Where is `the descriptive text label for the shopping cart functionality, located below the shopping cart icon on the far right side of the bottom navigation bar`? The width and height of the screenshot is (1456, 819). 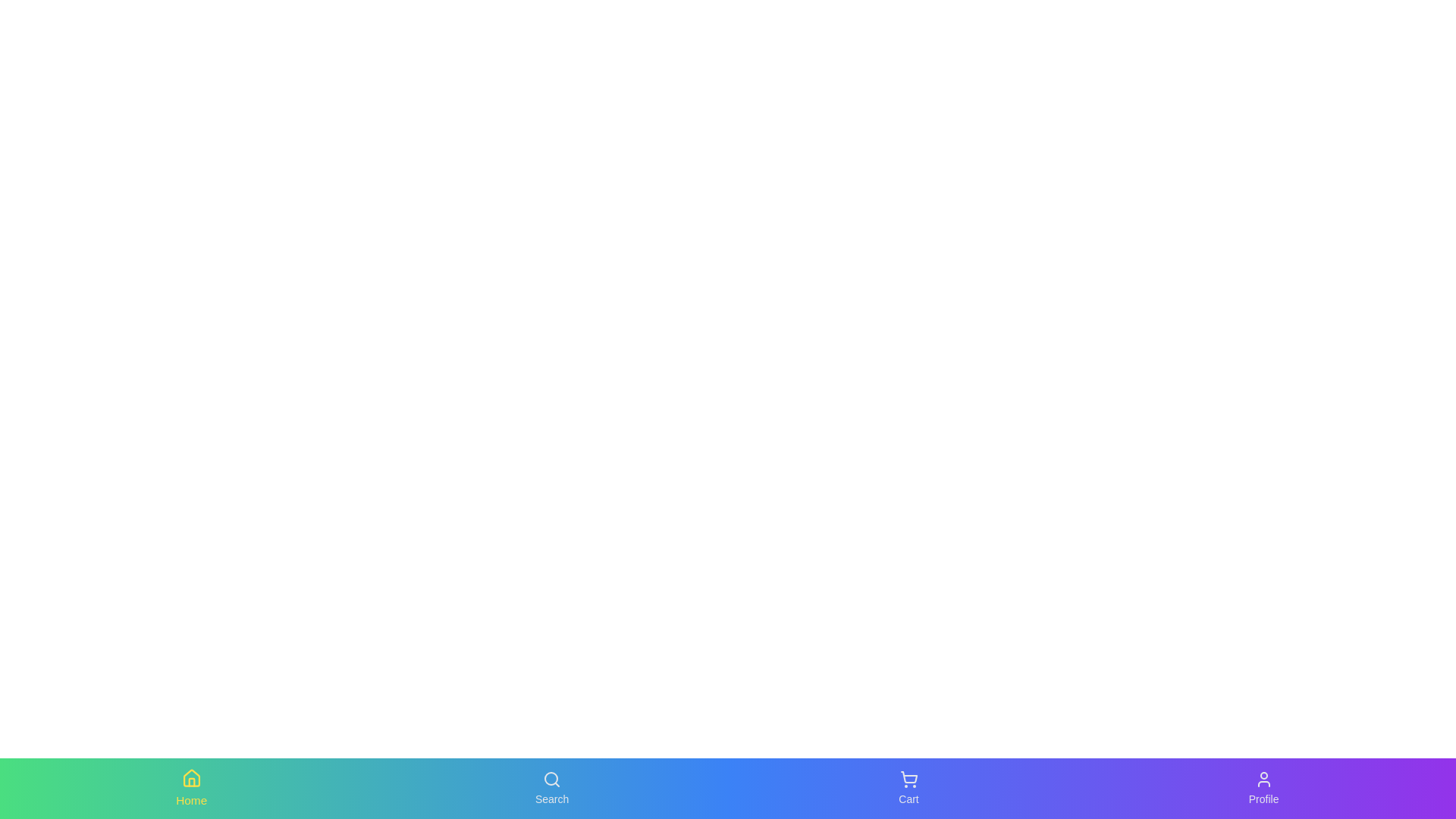
the descriptive text label for the shopping cart functionality, located below the shopping cart icon on the far right side of the bottom navigation bar is located at coordinates (908, 798).